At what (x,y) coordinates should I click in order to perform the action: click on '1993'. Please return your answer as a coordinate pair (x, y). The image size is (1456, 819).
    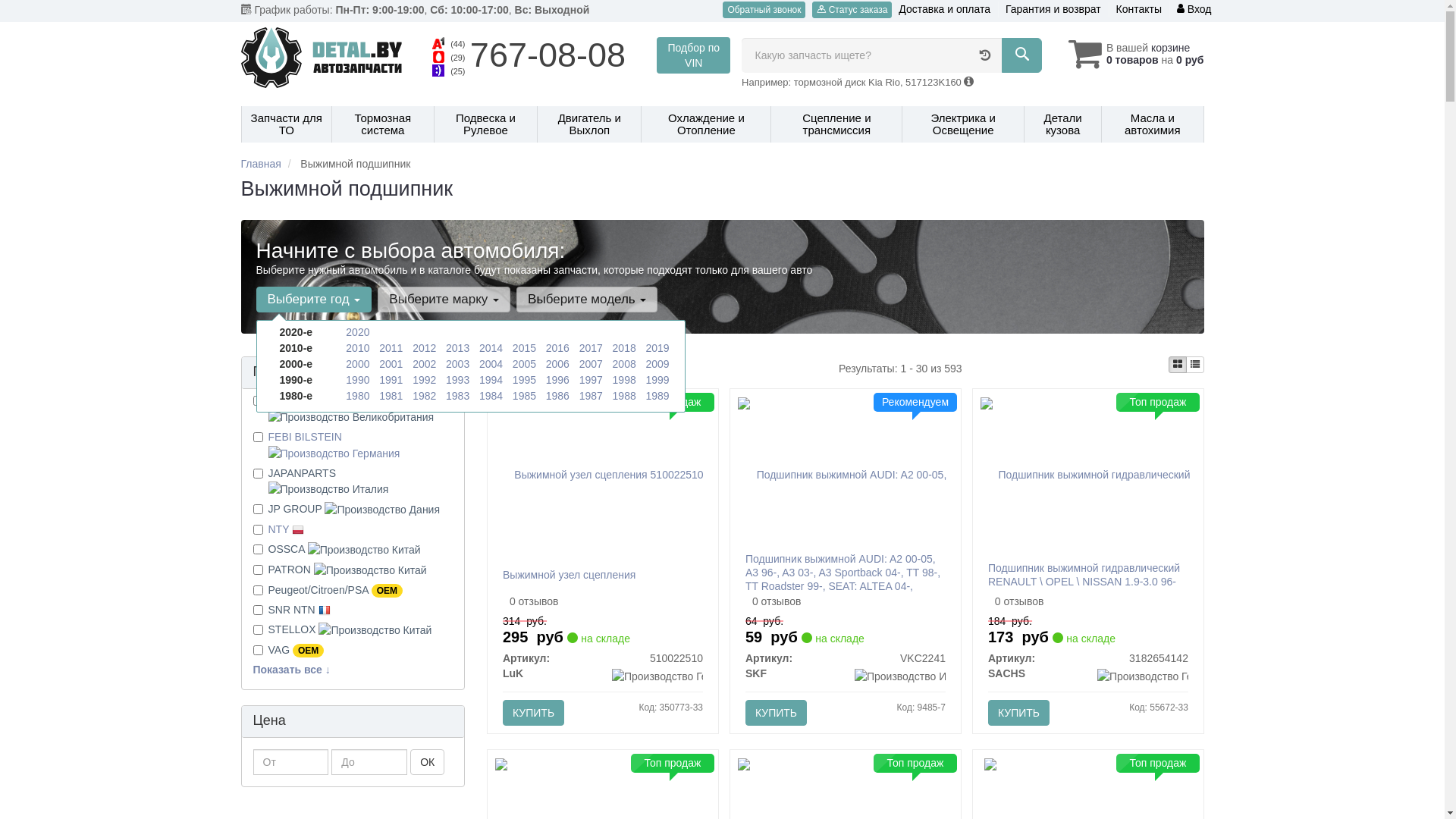
    Looking at the image, I should click on (445, 379).